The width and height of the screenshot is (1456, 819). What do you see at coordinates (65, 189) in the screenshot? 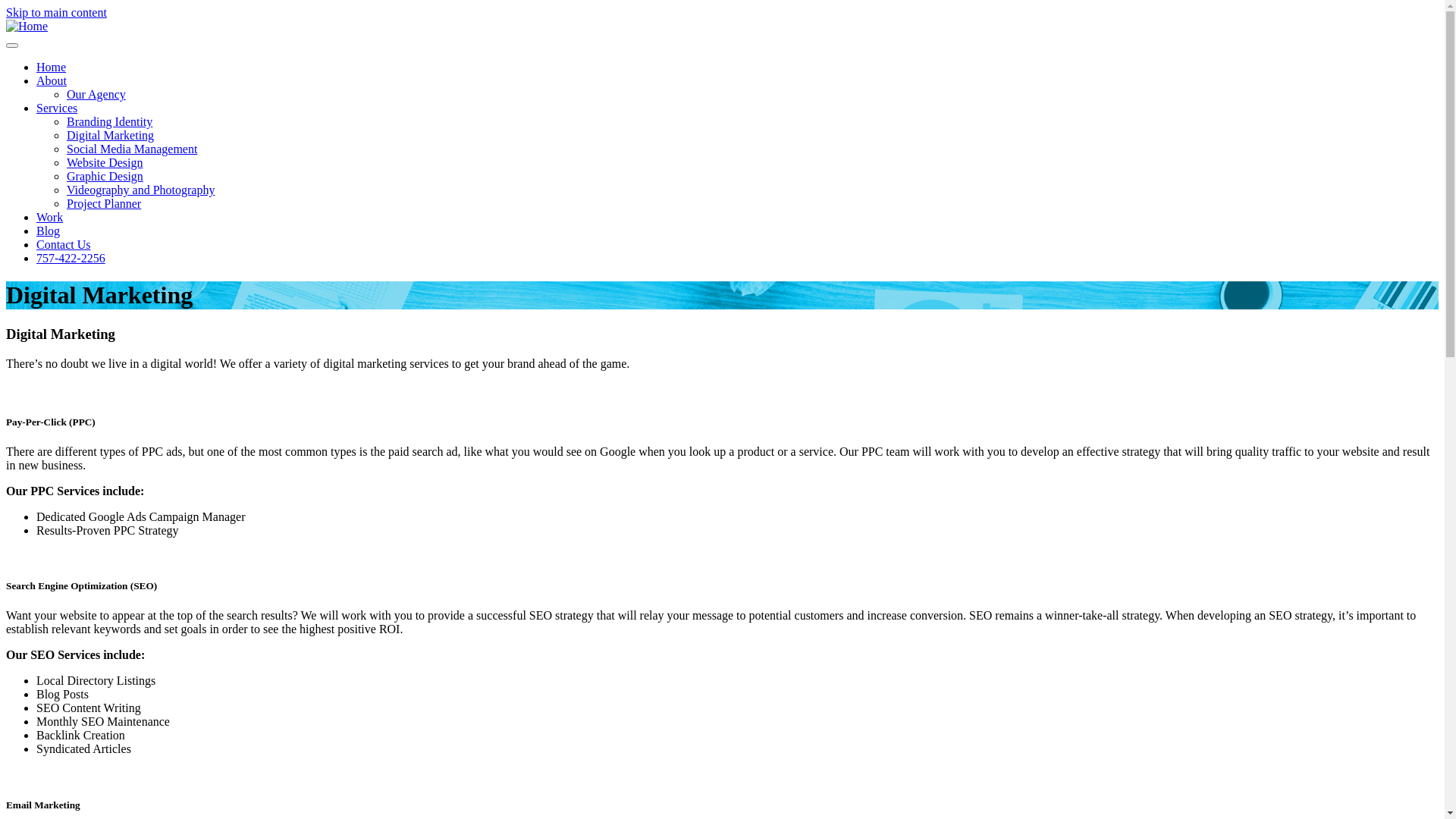
I see `'Videography and Photography'` at bounding box center [65, 189].